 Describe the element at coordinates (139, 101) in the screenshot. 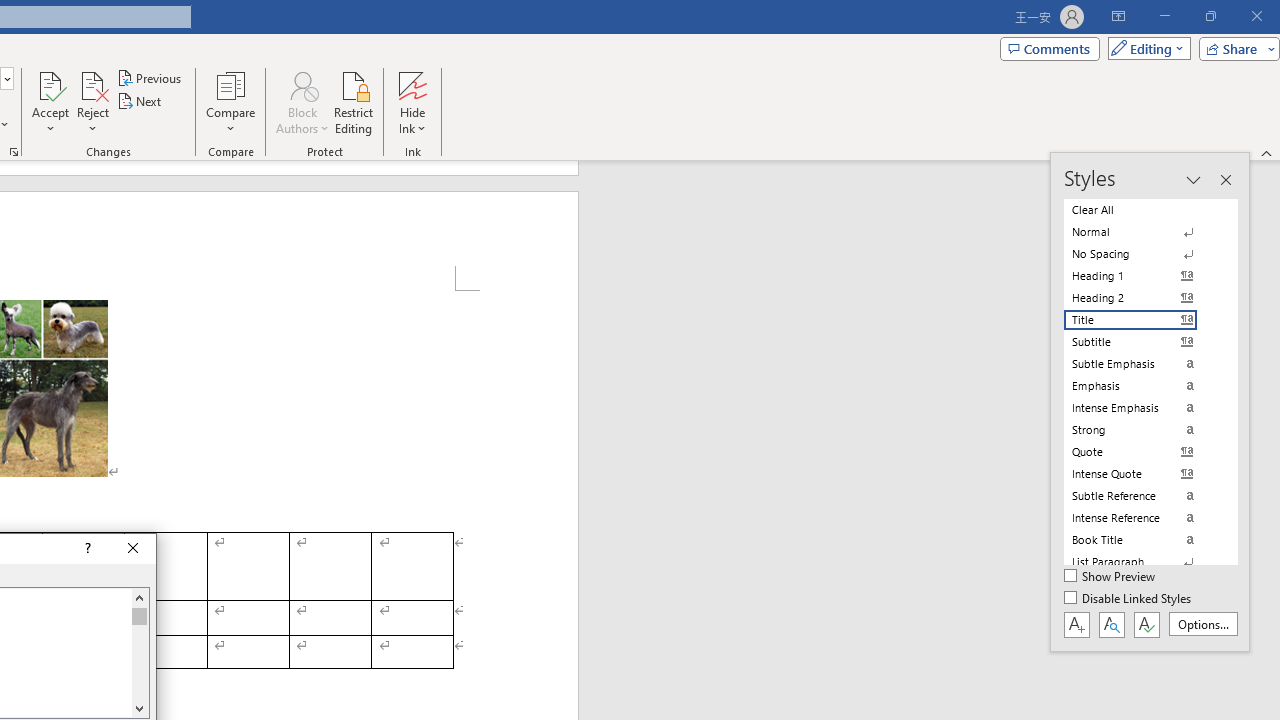

I see `'Next'` at that location.